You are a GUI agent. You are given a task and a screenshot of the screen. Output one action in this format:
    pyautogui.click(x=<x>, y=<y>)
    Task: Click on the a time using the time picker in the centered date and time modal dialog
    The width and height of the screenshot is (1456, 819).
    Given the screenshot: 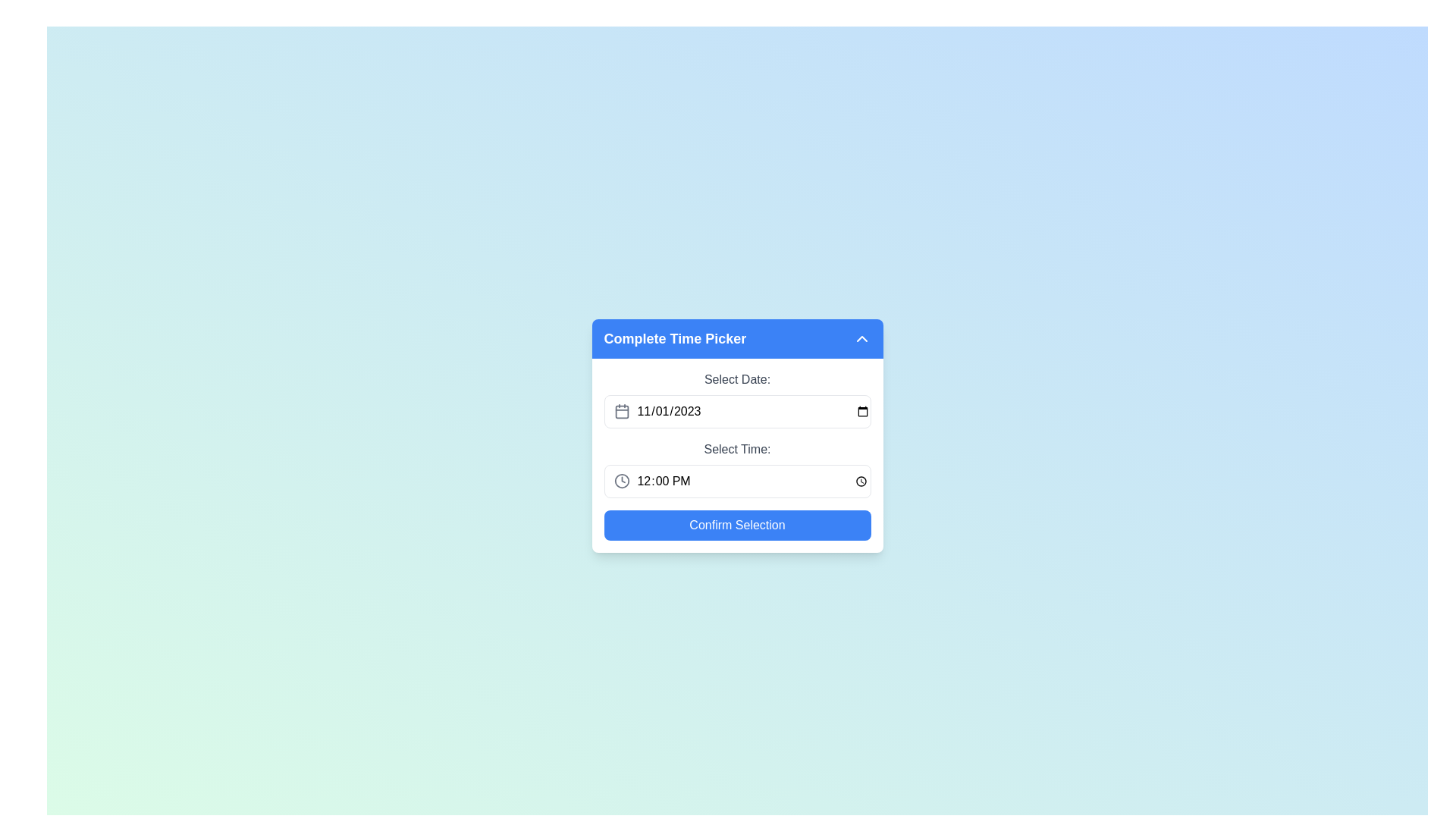 What is the action you would take?
    pyautogui.click(x=737, y=435)
    